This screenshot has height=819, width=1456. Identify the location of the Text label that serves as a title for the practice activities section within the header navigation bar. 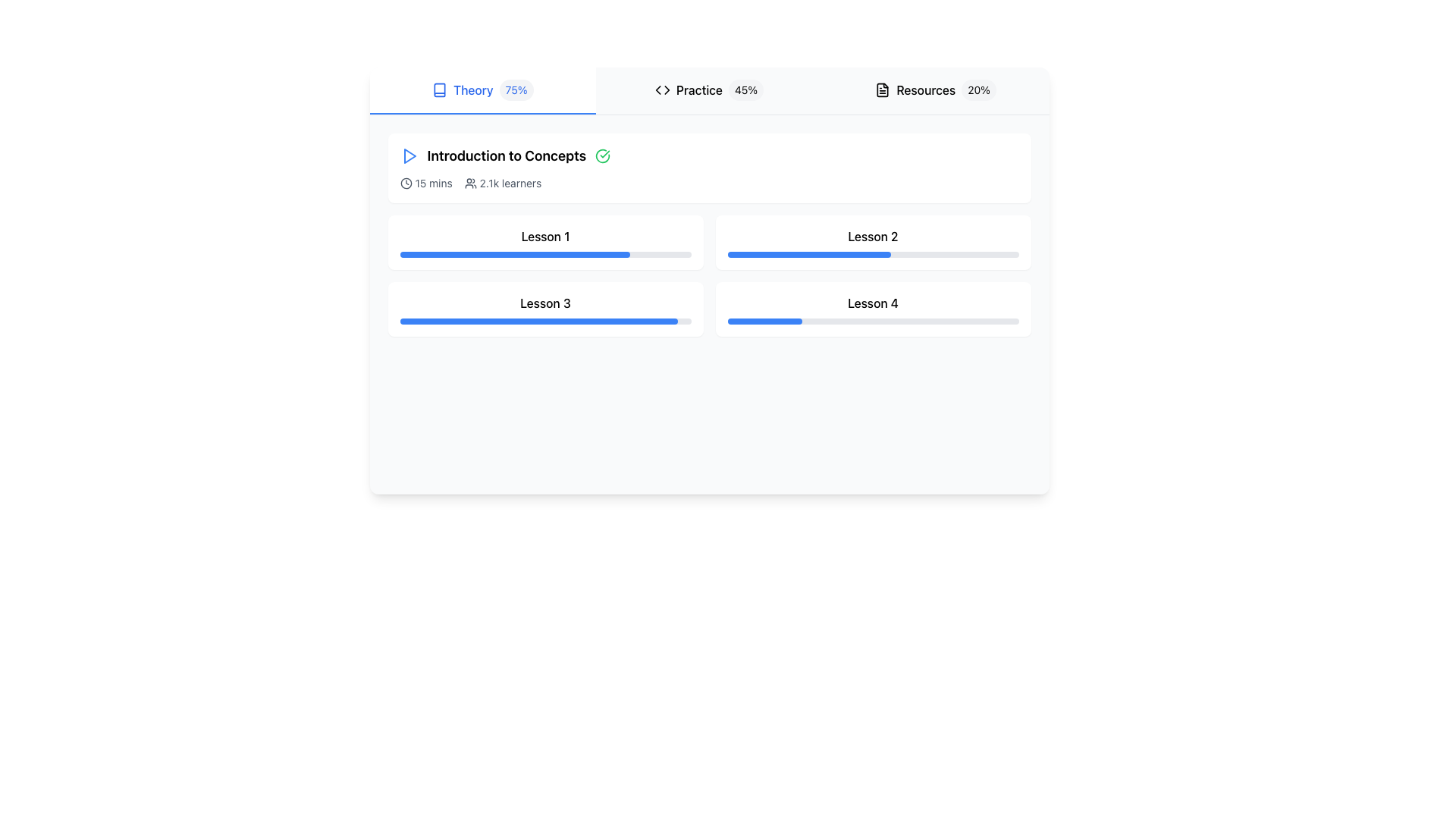
(698, 90).